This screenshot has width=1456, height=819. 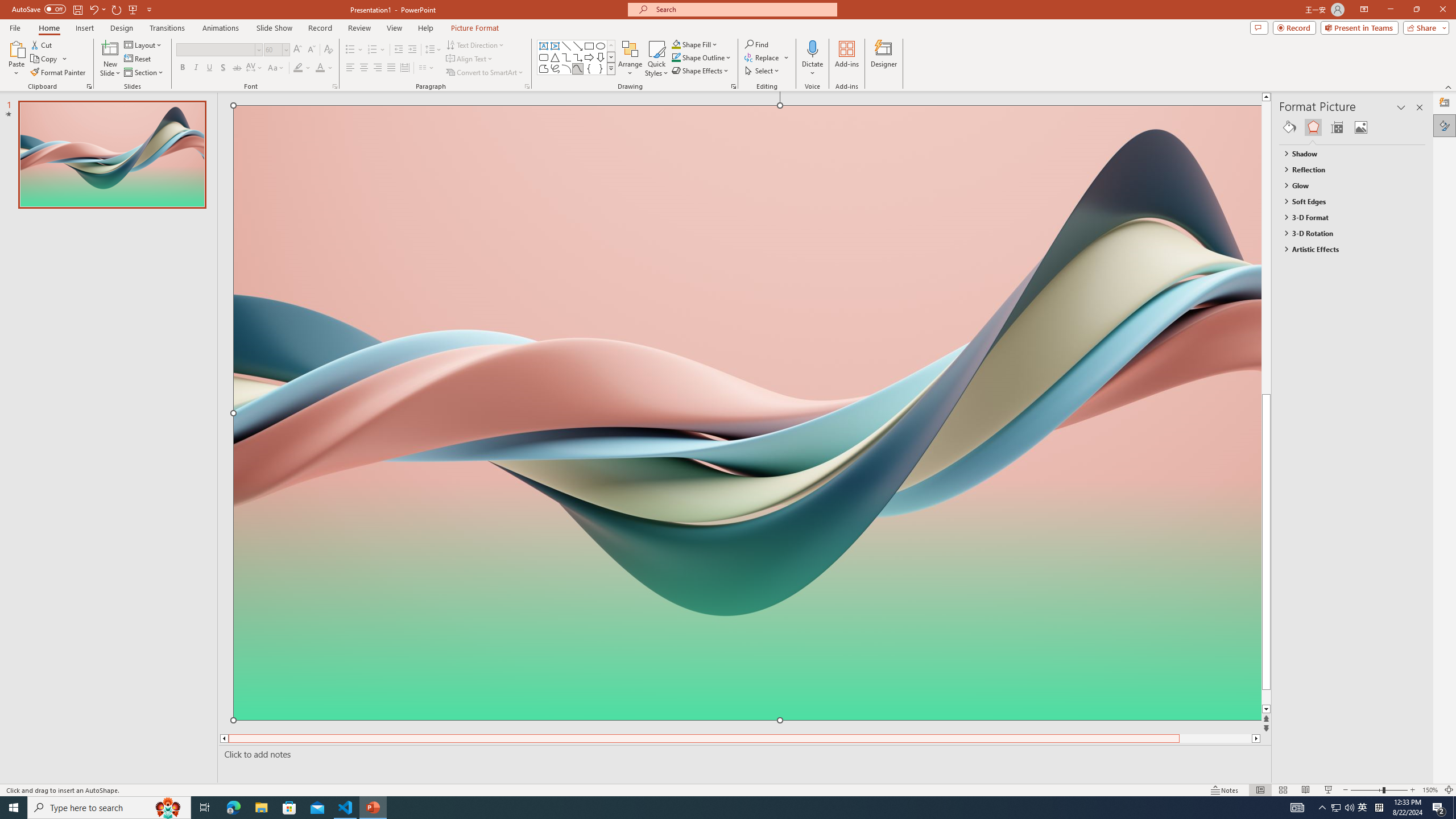 I want to click on '3-D Format', so click(x=1347, y=217).